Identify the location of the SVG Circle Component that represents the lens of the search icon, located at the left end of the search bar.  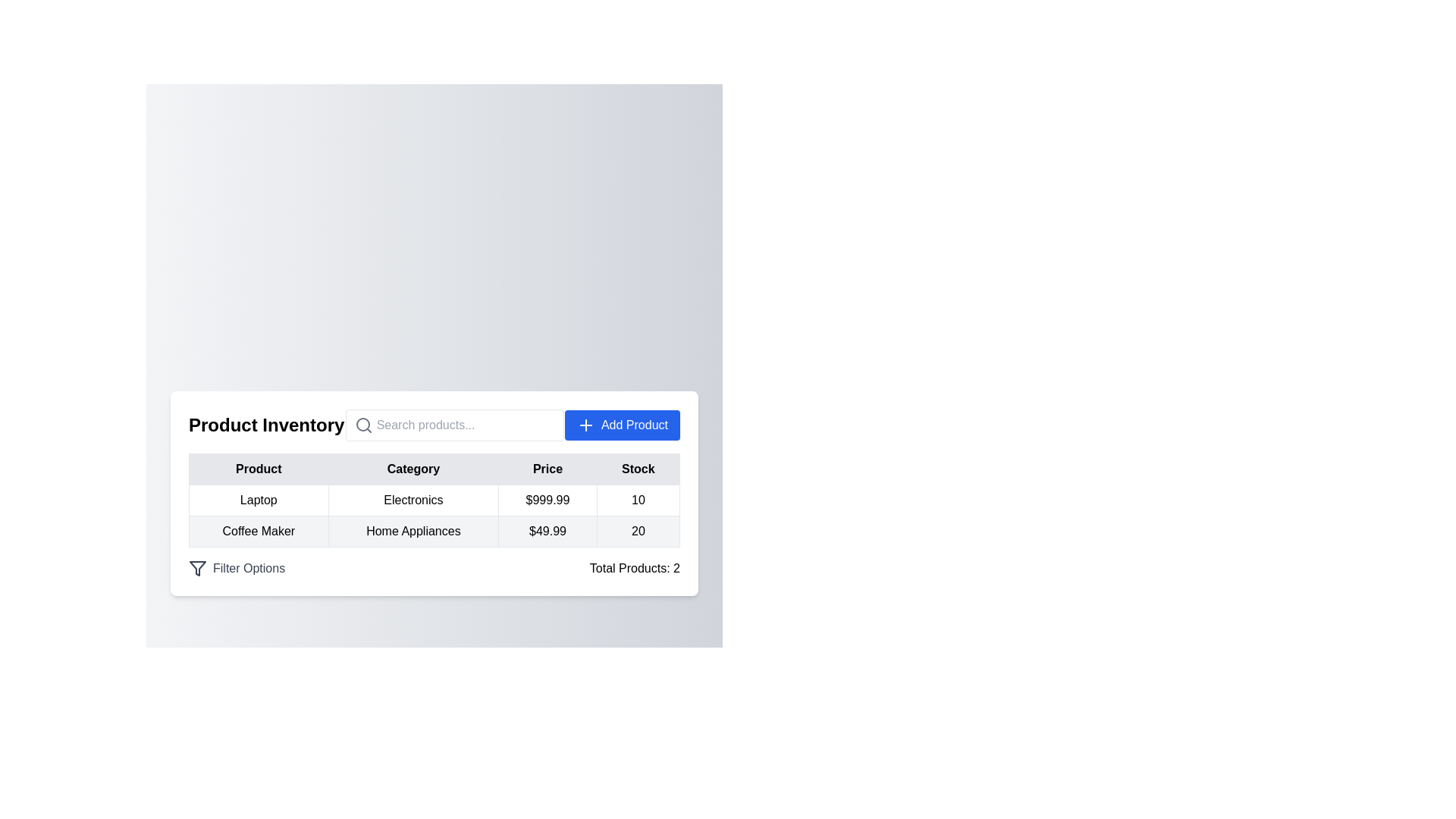
(362, 424).